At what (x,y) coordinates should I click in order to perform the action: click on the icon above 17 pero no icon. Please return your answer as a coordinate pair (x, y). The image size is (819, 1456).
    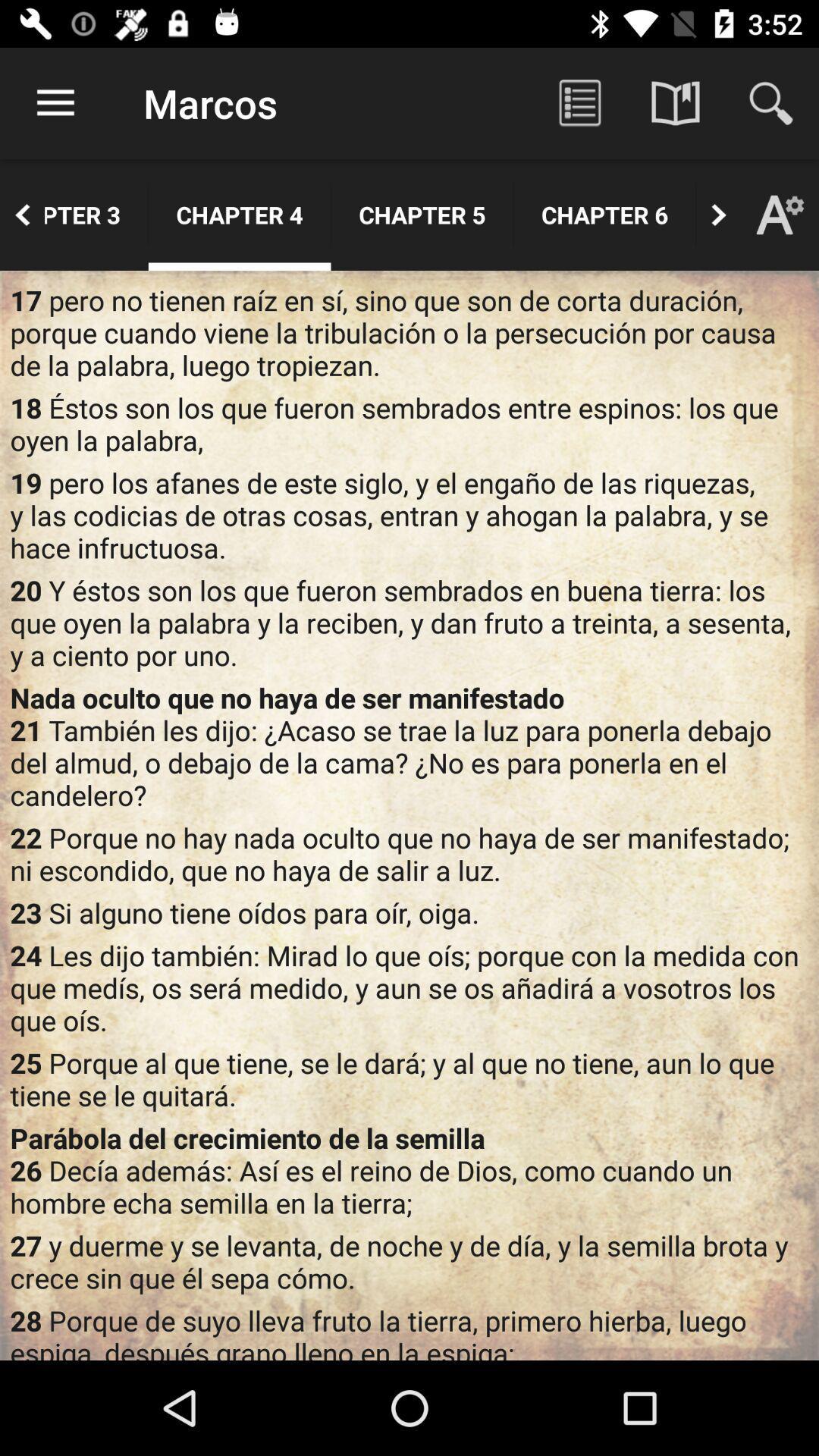
    Looking at the image, I should click on (604, 214).